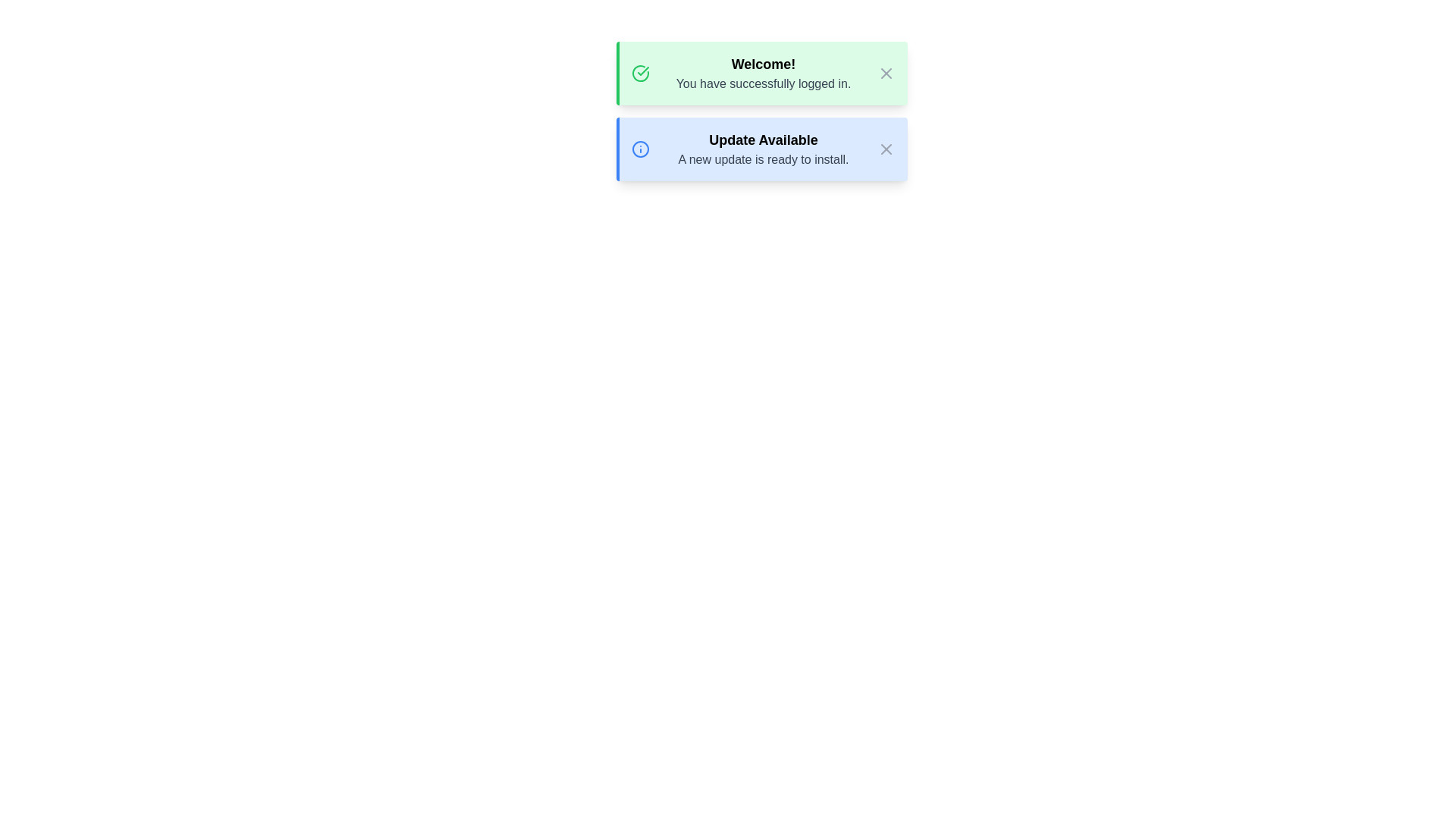 This screenshot has height=819, width=1456. Describe the element at coordinates (764, 149) in the screenshot. I see `text content of the notification box displaying 'Update Available' and 'A new update is ready to install.'` at that location.